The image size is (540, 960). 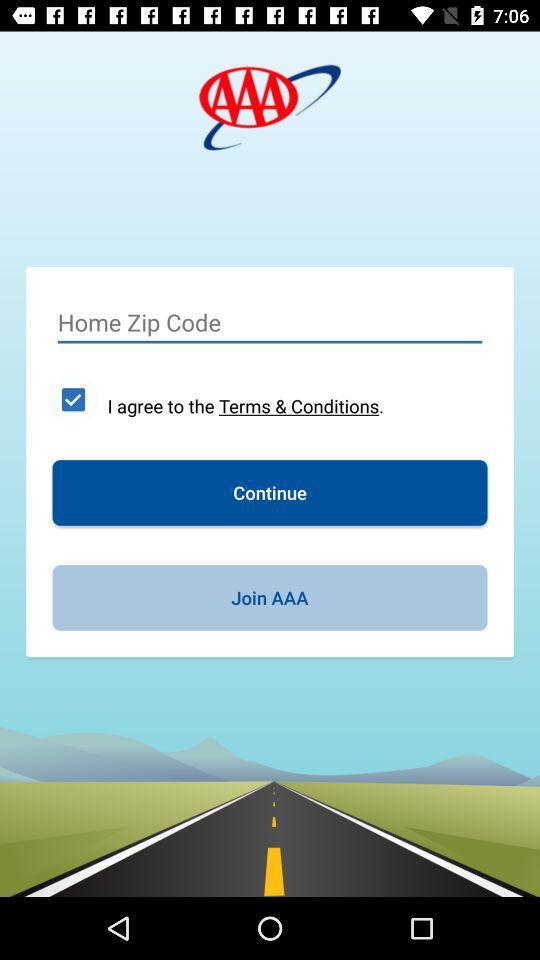 I want to click on icon on the left, so click(x=72, y=398).